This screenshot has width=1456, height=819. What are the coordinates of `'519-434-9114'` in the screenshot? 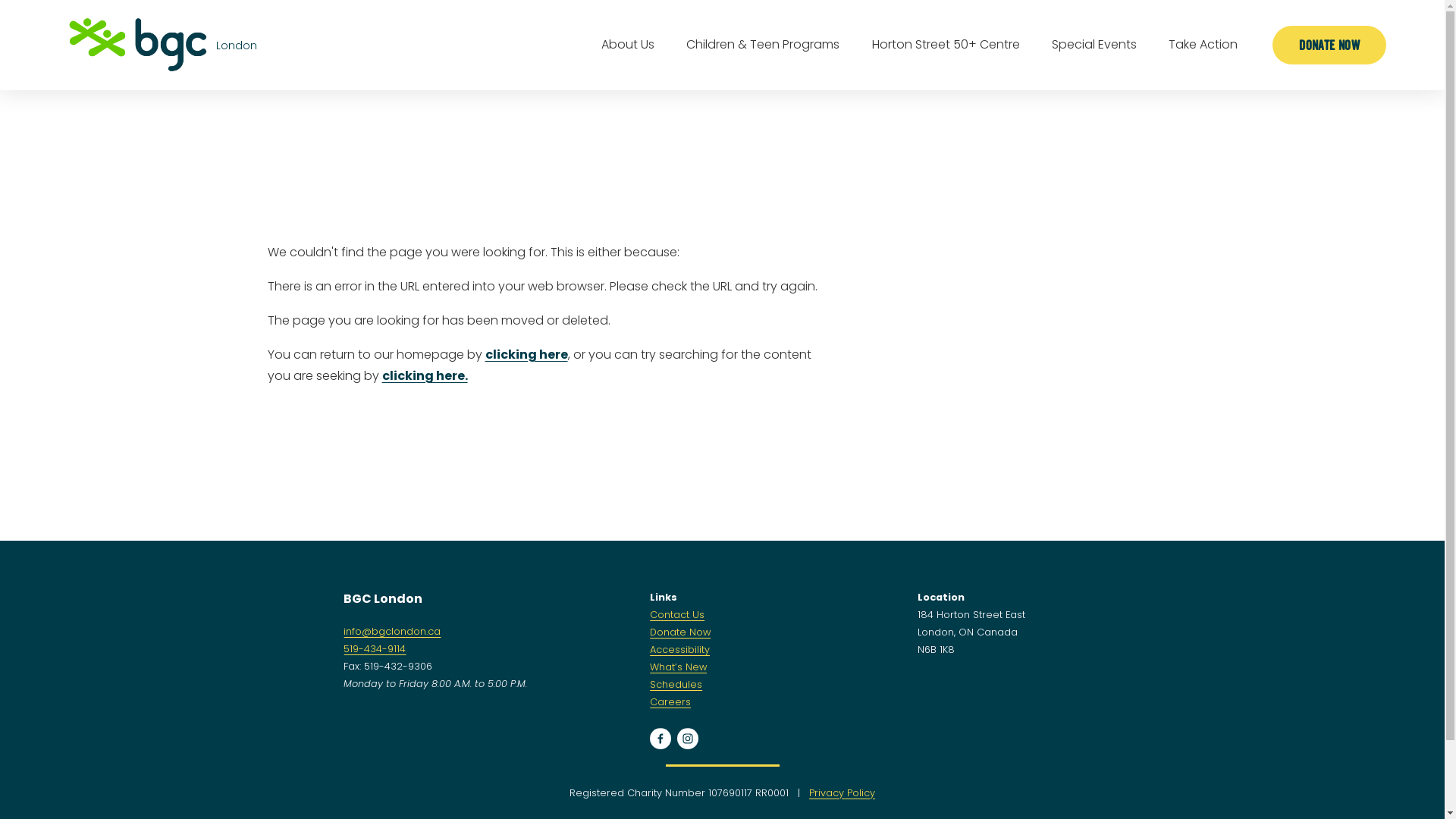 It's located at (375, 648).